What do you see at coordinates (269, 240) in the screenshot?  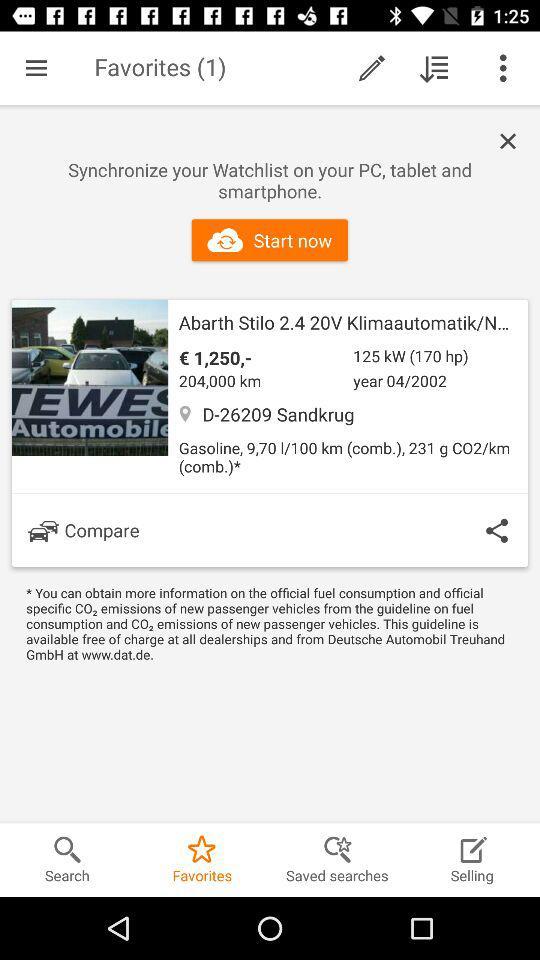 I see `item below the synchronize your watchlist` at bounding box center [269, 240].